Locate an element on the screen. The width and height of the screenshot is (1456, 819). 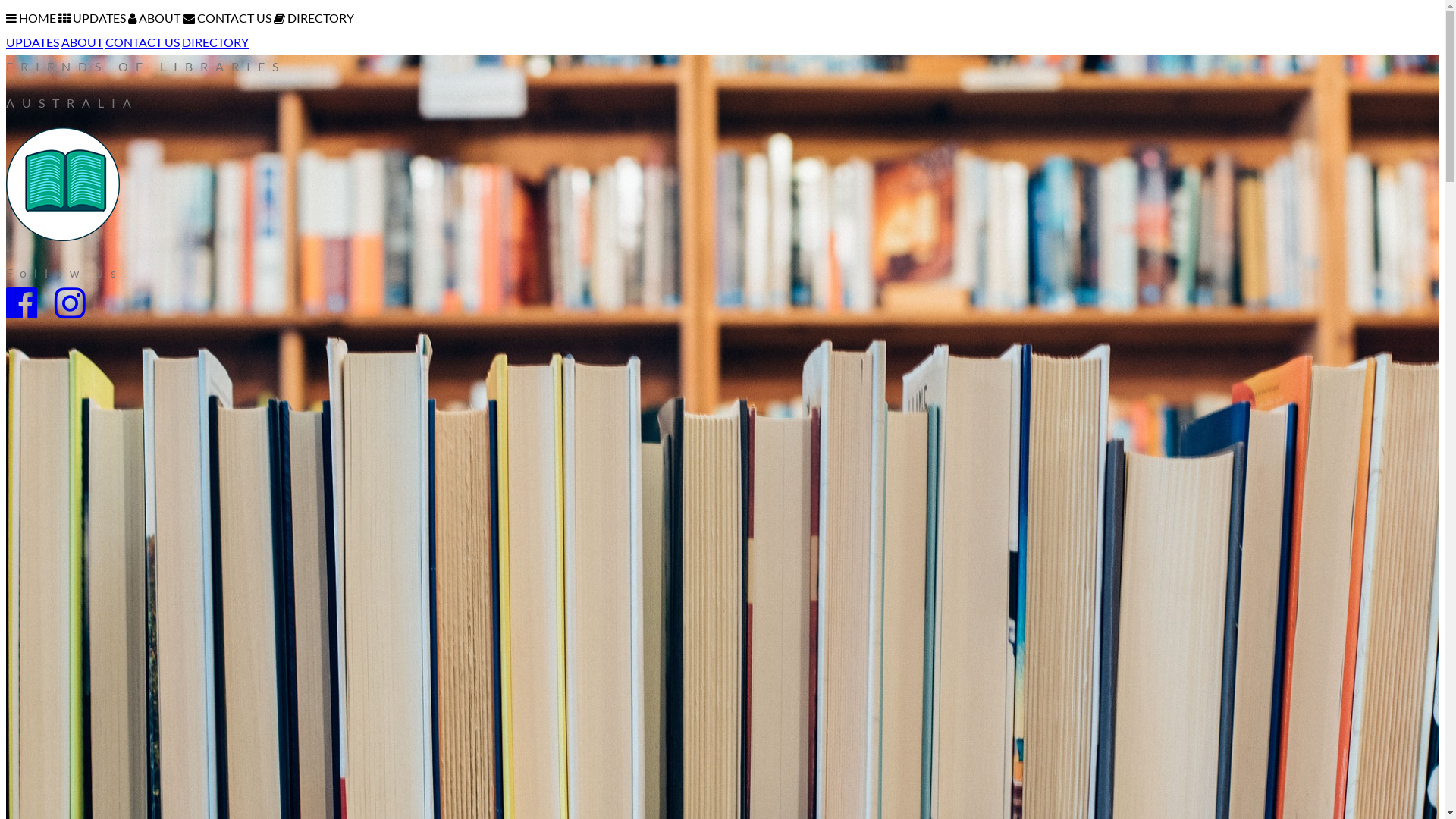
'DIRECTORY' is located at coordinates (214, 41).